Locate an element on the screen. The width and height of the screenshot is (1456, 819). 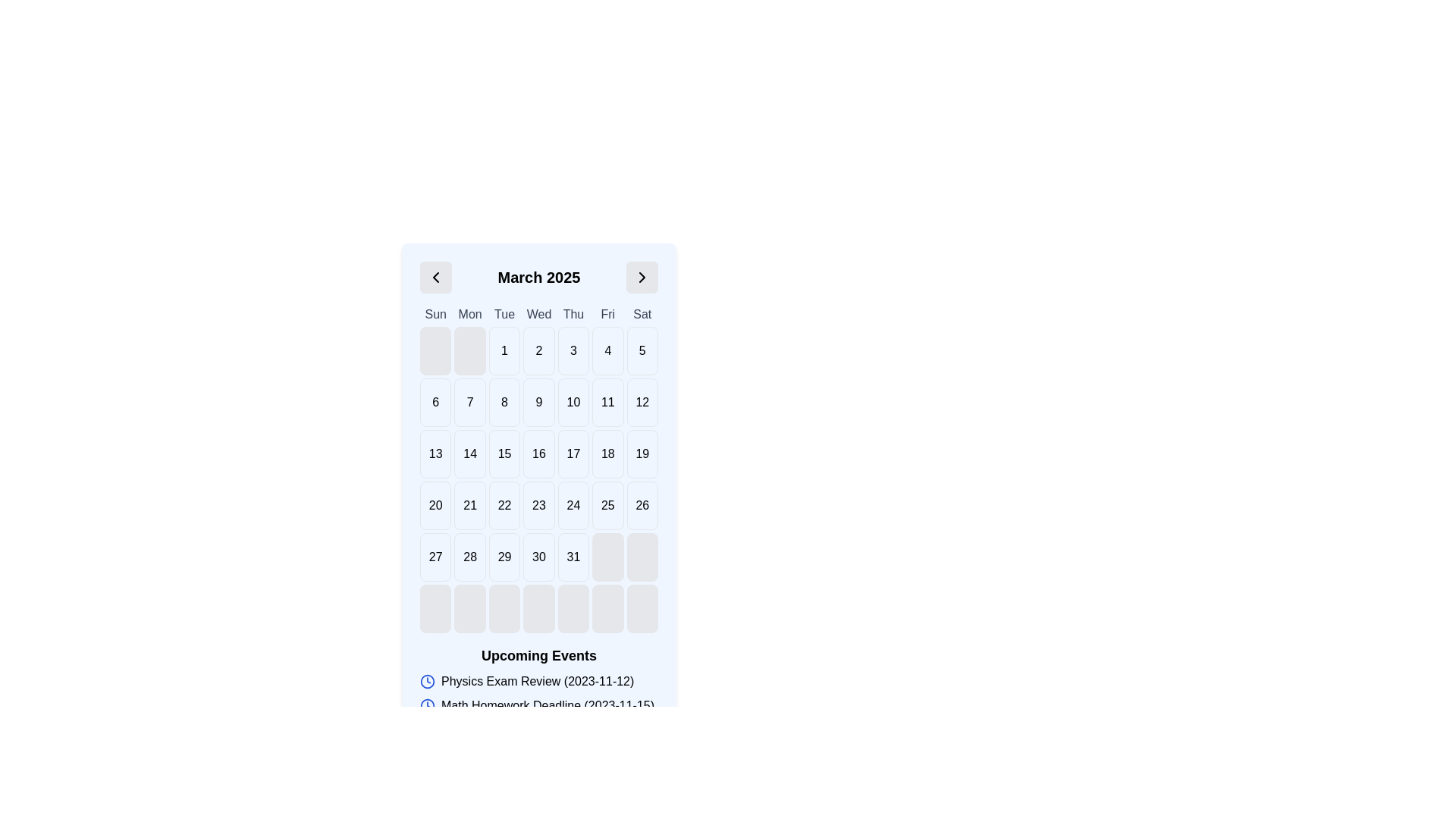
the inactive date button located in the last row of a calendar grid under the 'Fri' column is located at coordinates (573, 607).